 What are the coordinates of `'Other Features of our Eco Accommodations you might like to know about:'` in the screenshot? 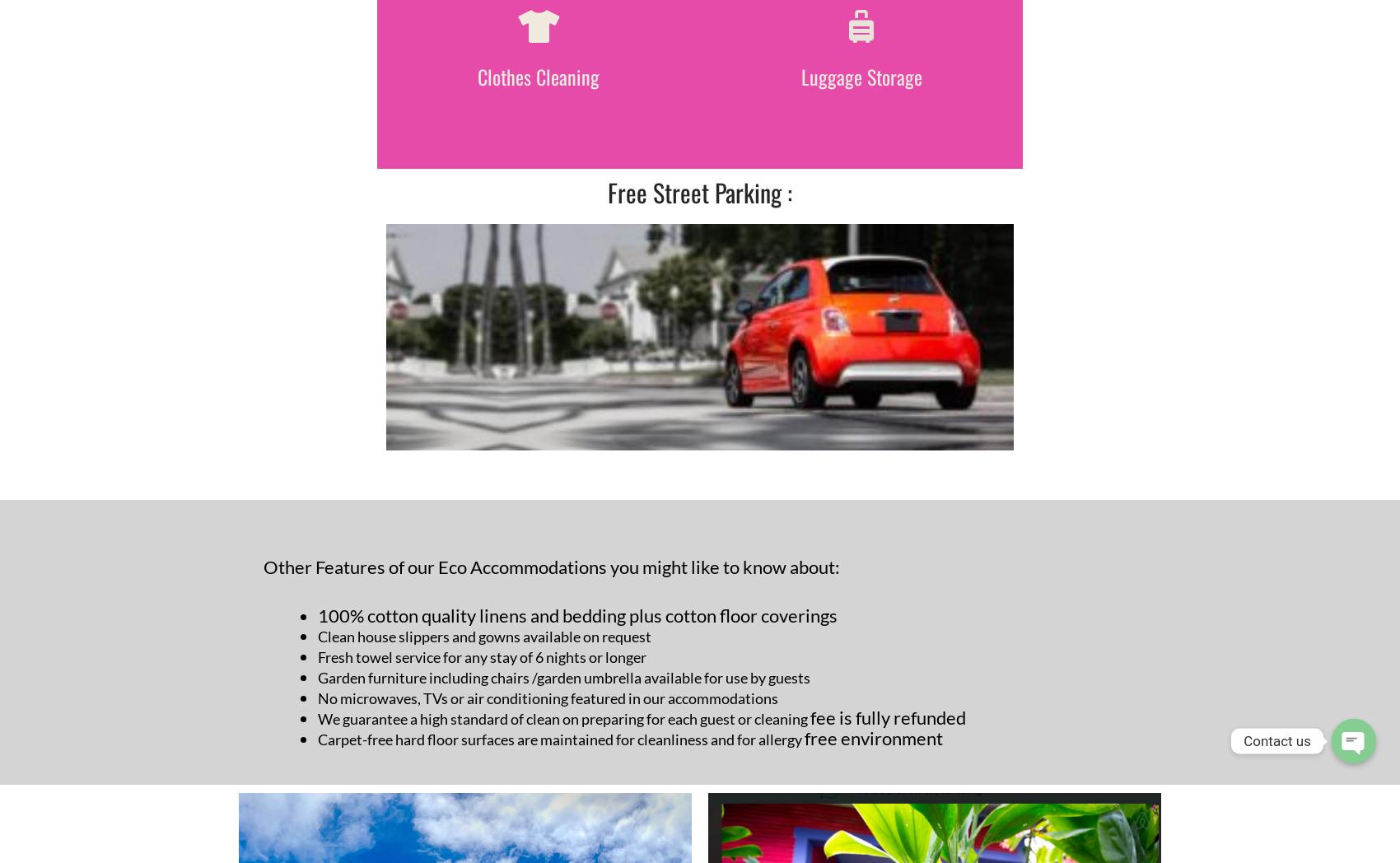 It's located at (551, 567).